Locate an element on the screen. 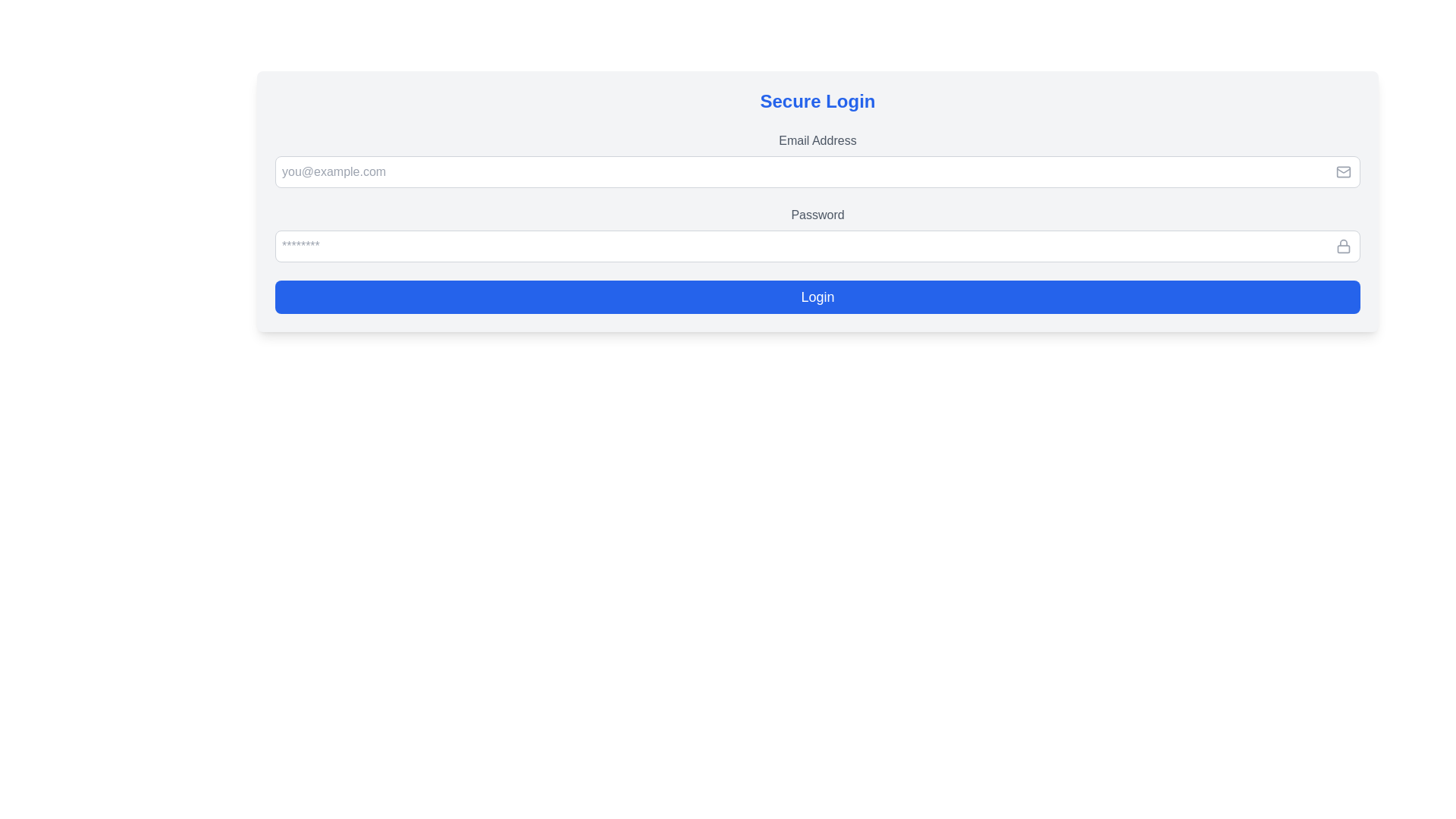 The height and width of the screenshot is (819, 1456). the gray lock-shaped SVG icon located to the far right of the password input field, which serves as a status indicator for the field is located at coordinates (1343, 245).